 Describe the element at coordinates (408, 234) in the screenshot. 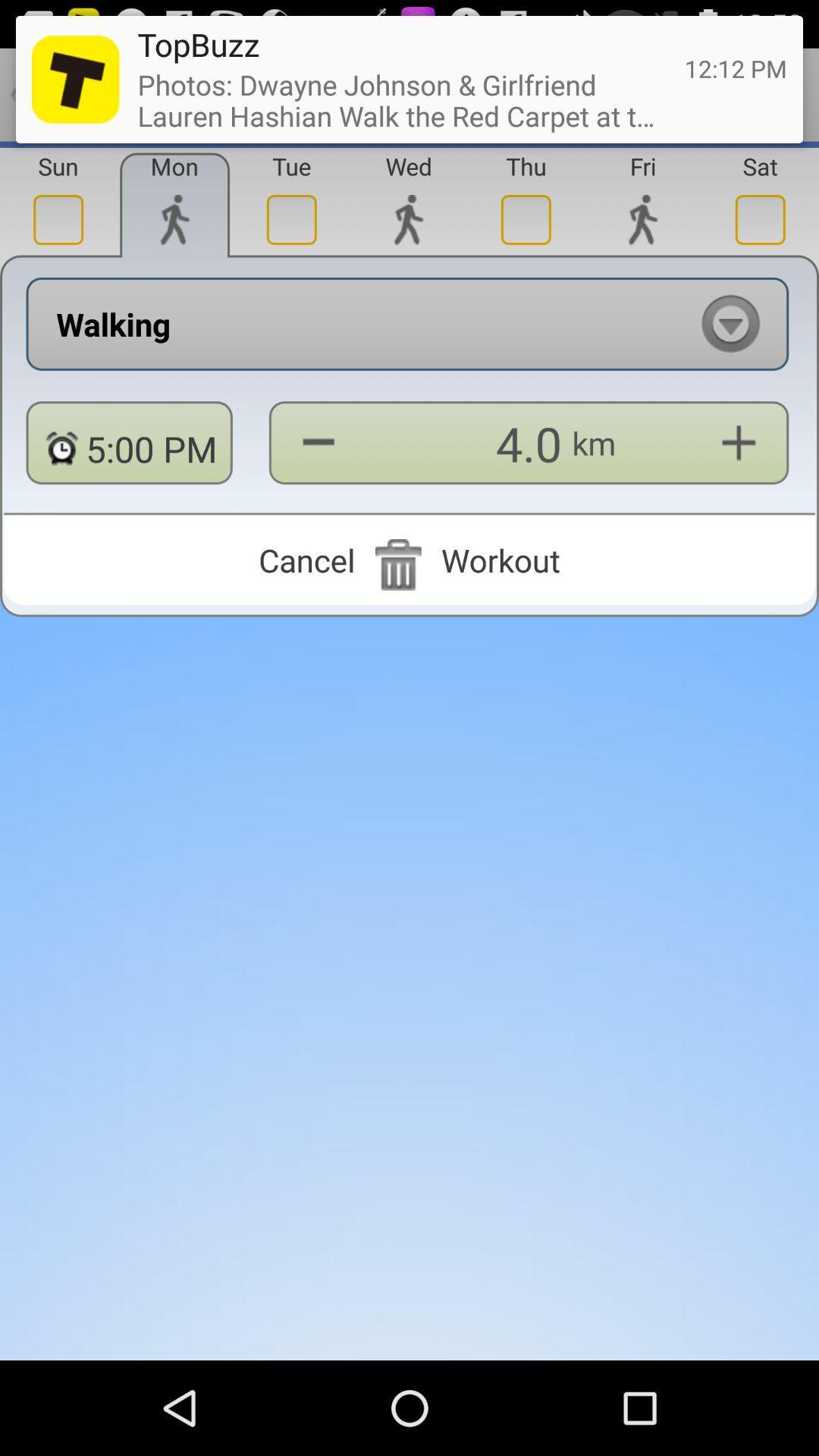

I see `the weather icon` at that location.